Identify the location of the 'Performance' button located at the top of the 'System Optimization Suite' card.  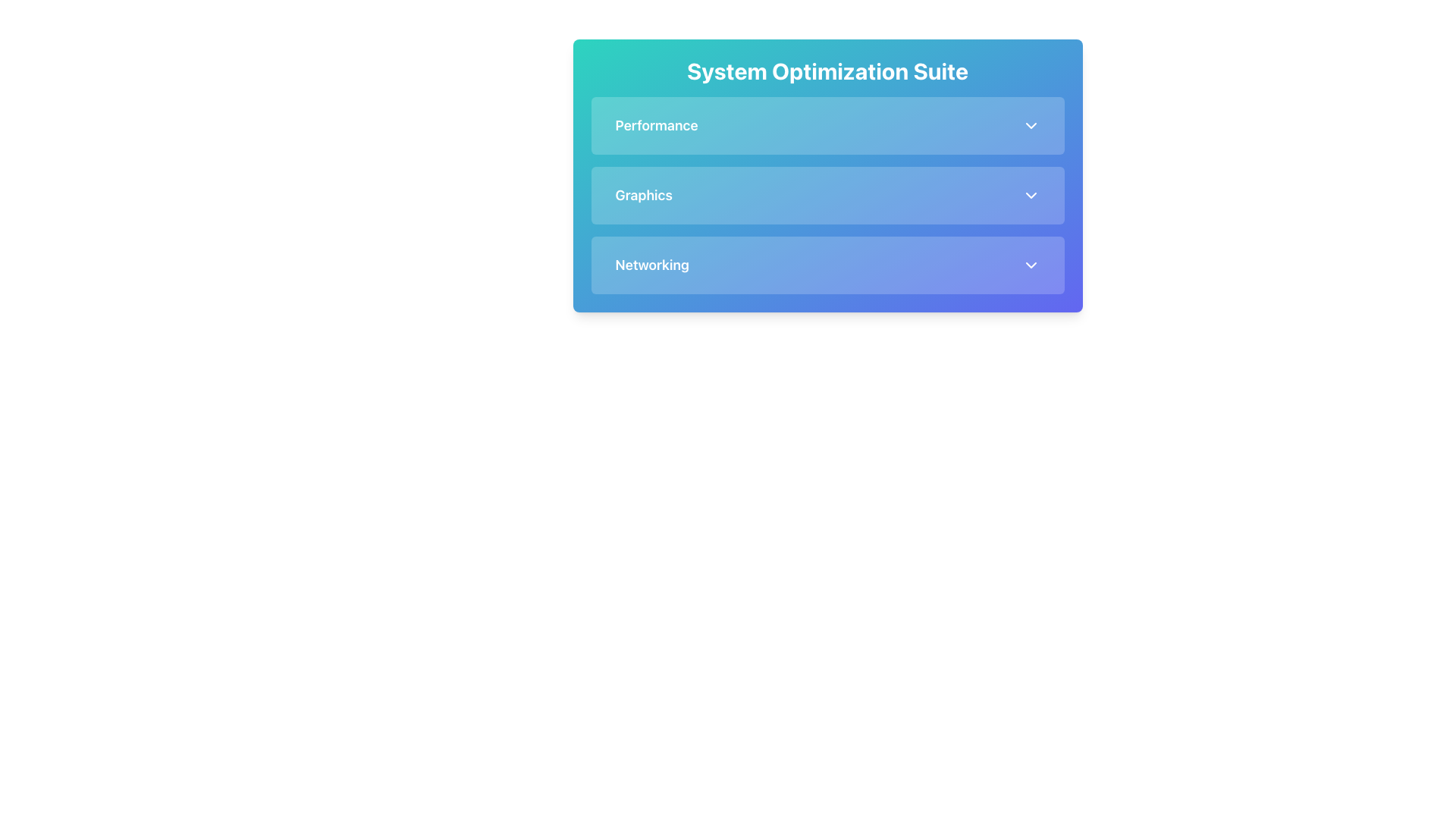
(827, 124).